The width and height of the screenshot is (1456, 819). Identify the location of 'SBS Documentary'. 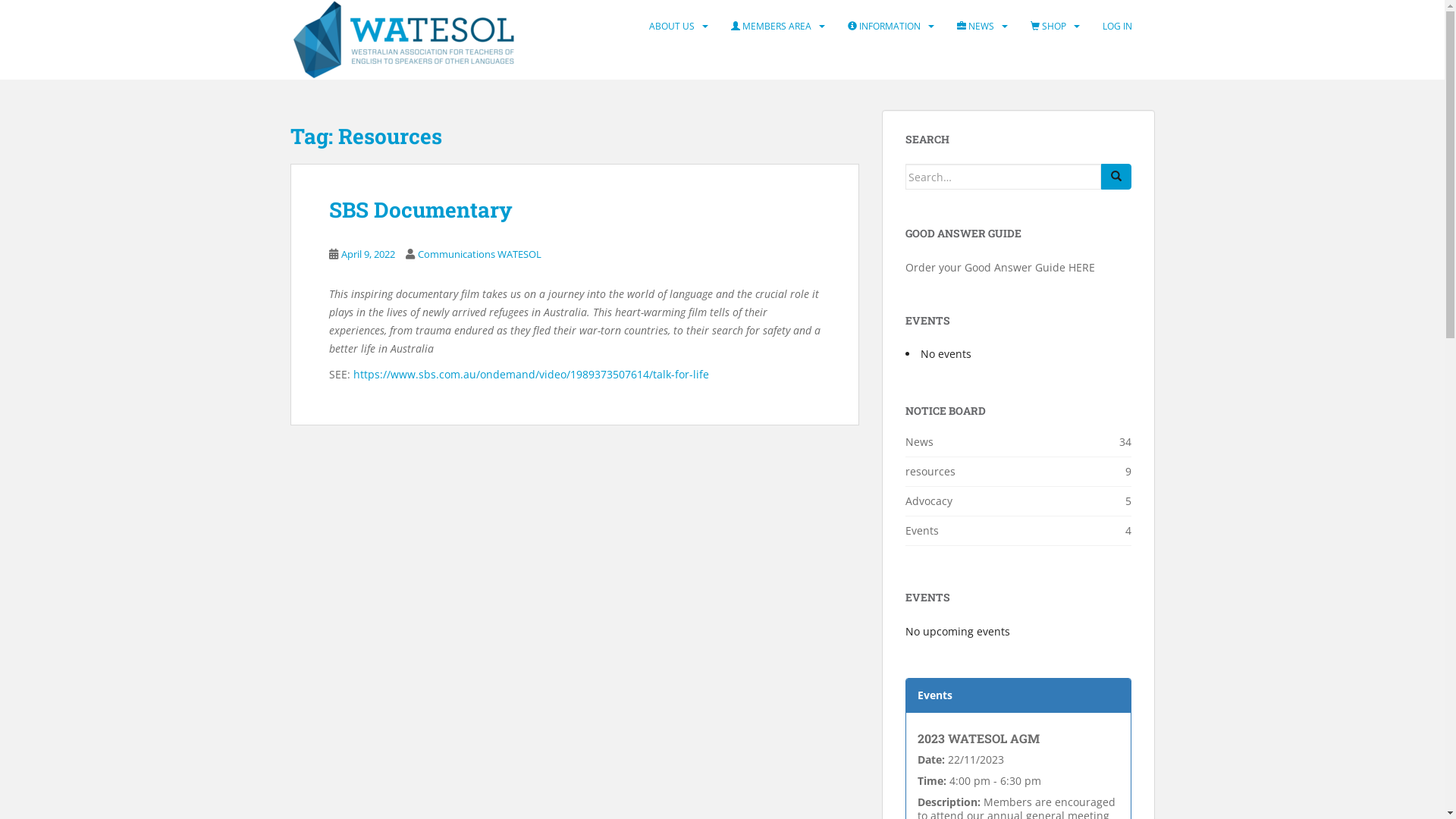
(421, 209).